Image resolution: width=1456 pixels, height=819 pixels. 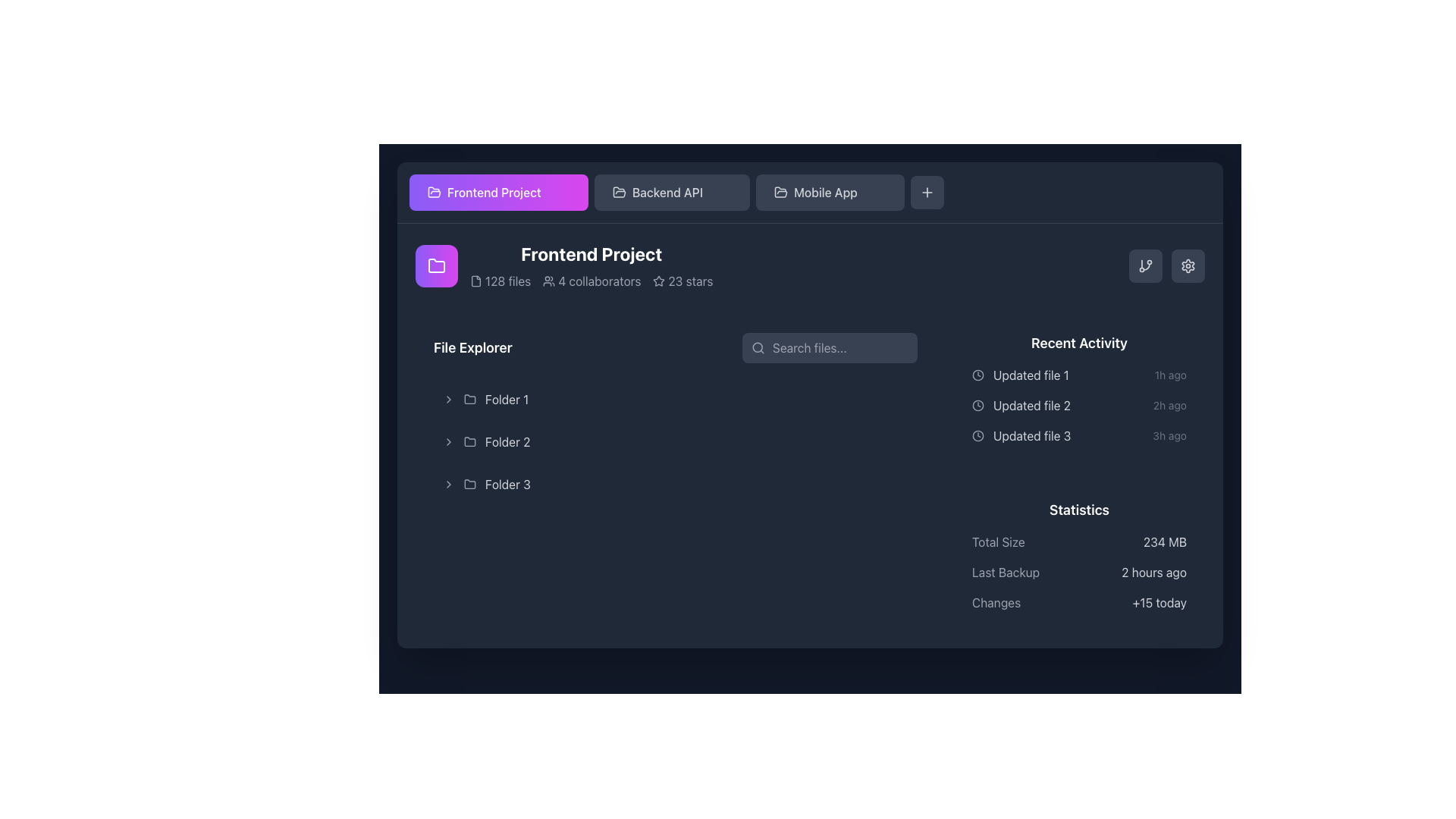 What do you see at coordinates (475, 281) in the screenshot?
I see `the file icon located prominently above the 'Frontend Project' label, represented by a purple icon in the upper-left corner of the interface` at bounding box center [475, 281].